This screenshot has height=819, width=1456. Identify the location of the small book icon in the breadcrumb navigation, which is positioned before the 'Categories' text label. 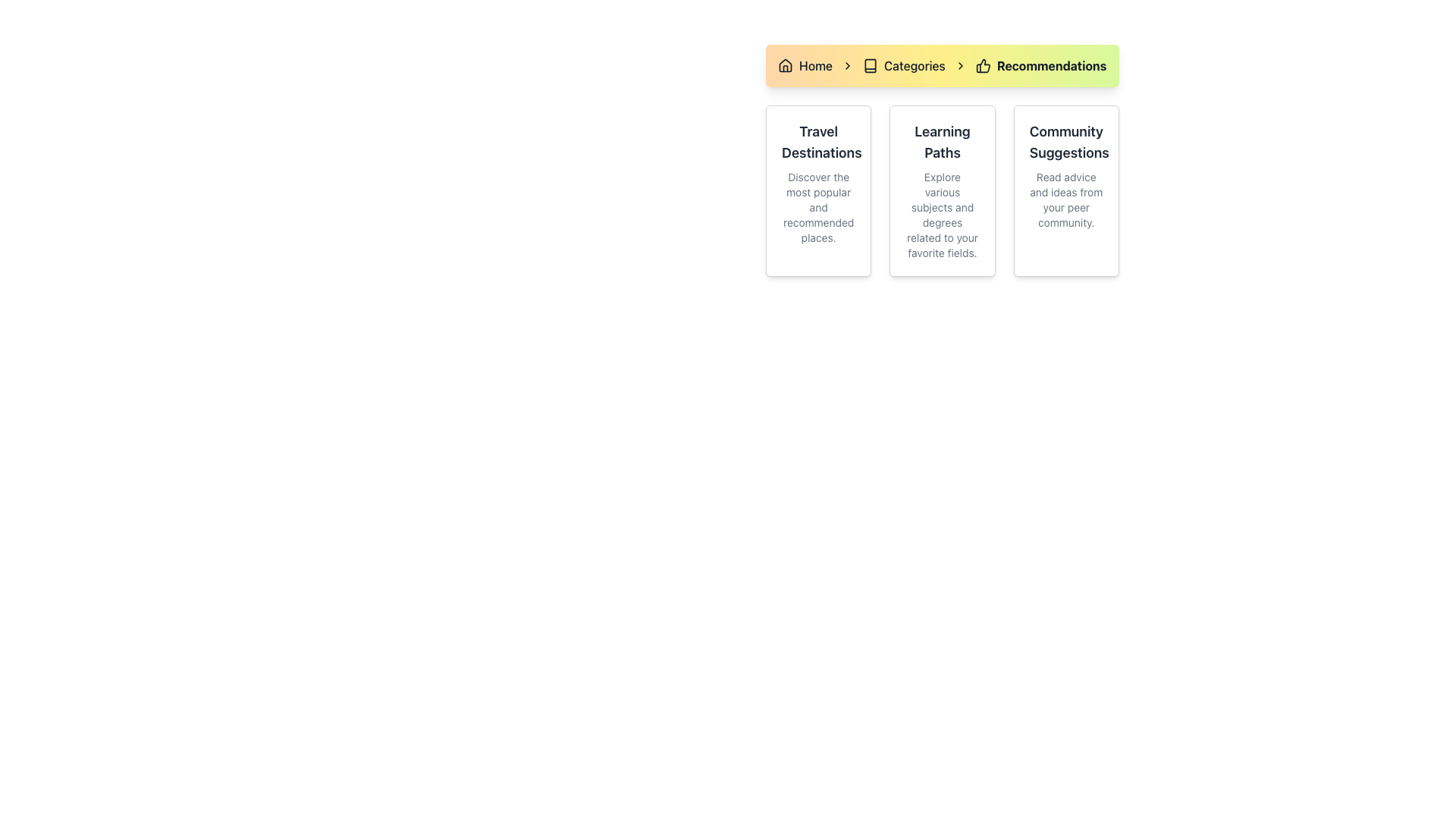
(870, 65).